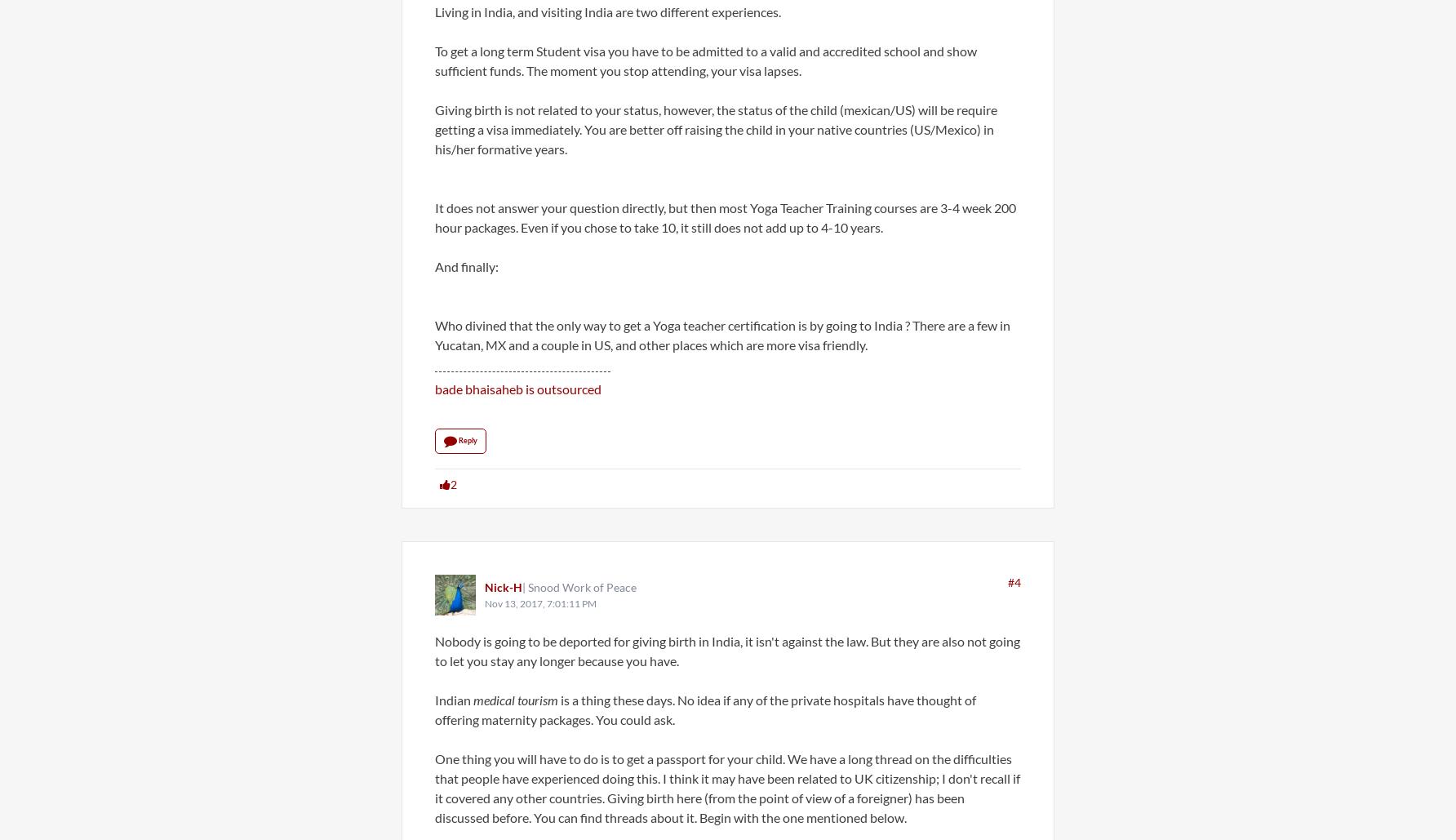  Describe the element at coordinates (515, 699) in the screenshot. I see `'medical tourism'` at that location.